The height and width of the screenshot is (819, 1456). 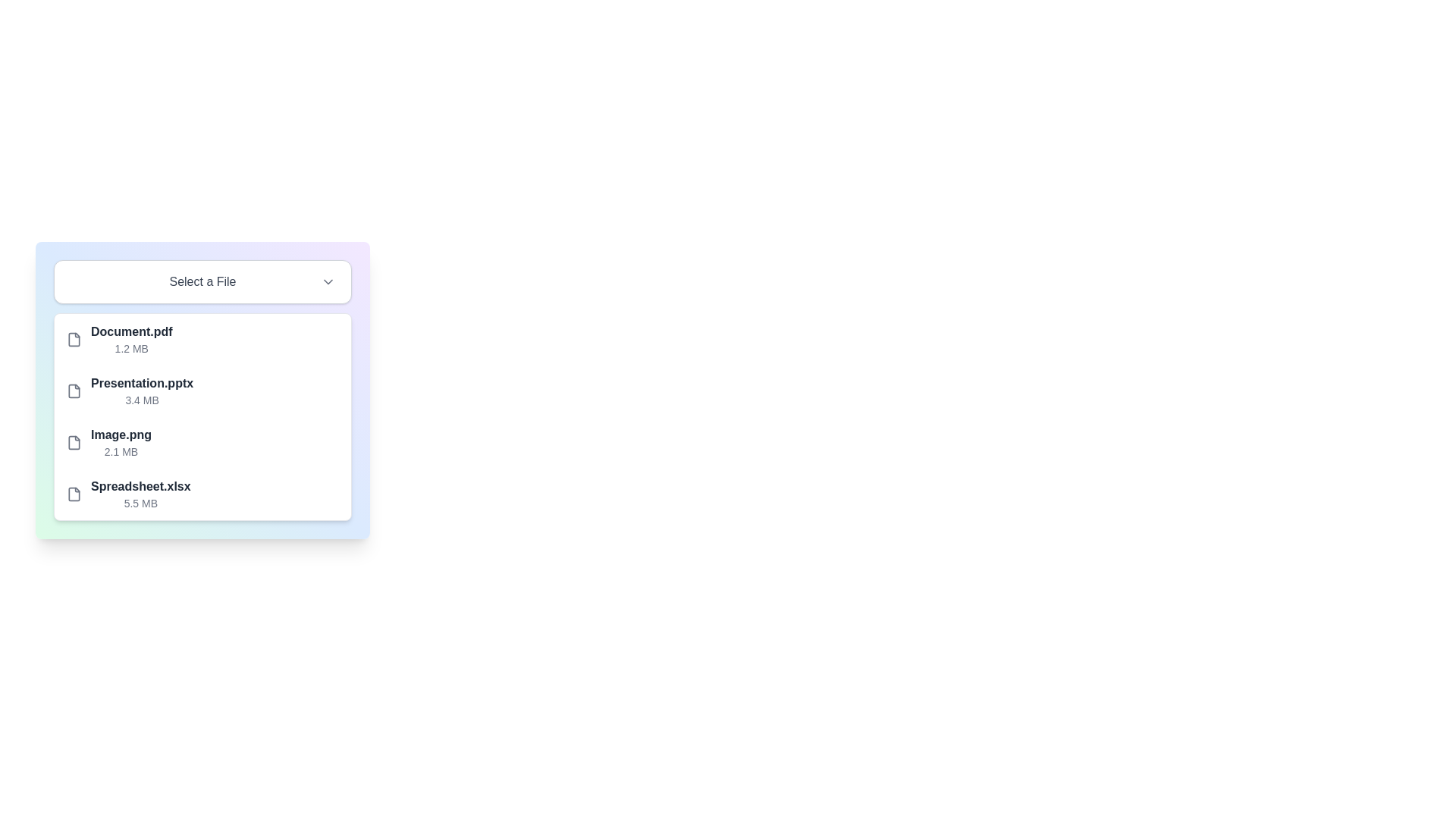 I want to click on the second positioned icon representing the file 'Image.png' in the vertical file list, so click(x=73, y=442).